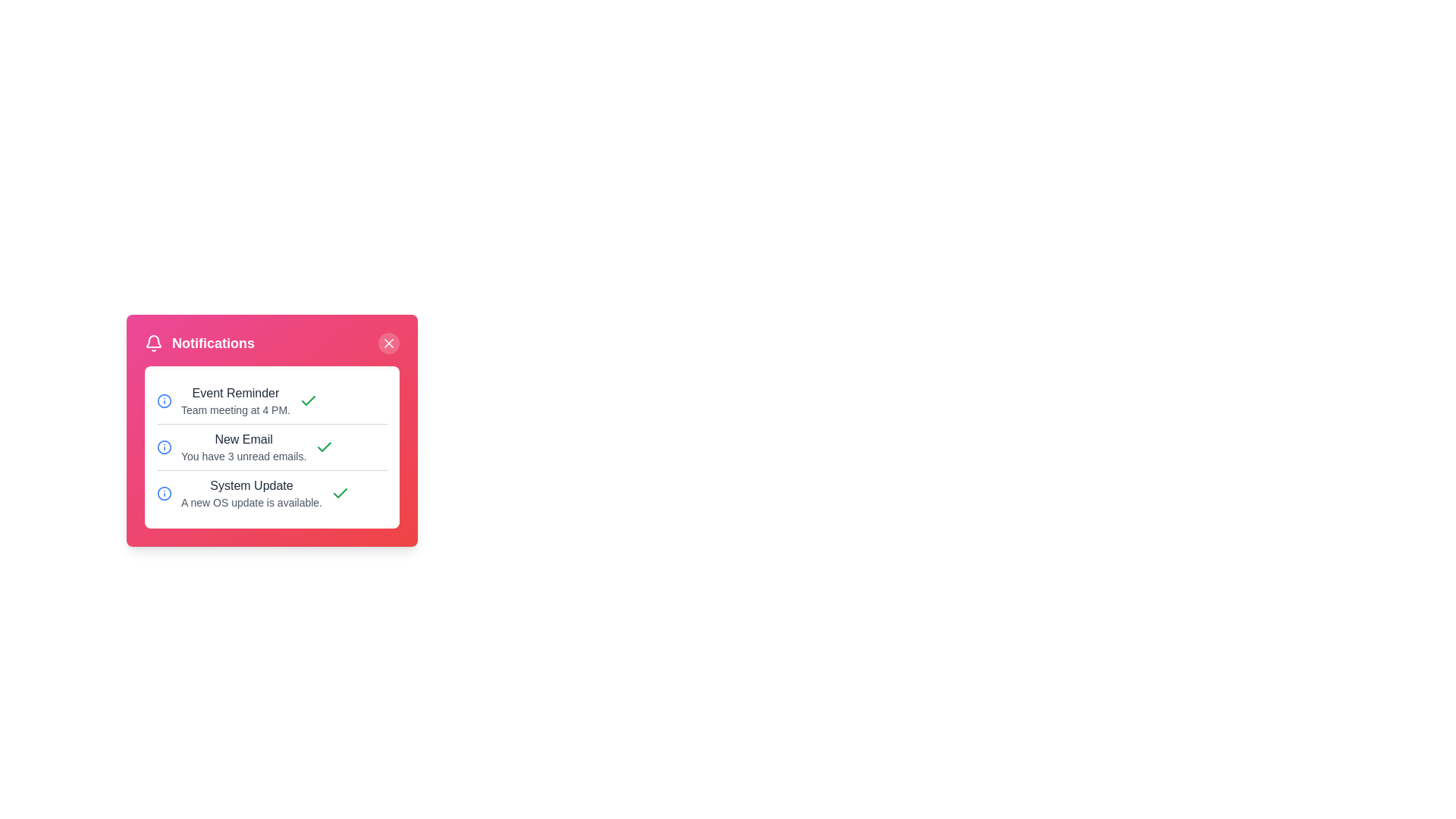 The image size is (1456, 819). Describe the element at coordinates (212, 343) in the screenshot. I see `text label styled as a heading located at the top-left corner of the notification card component to understand the card's purpose` at that location.